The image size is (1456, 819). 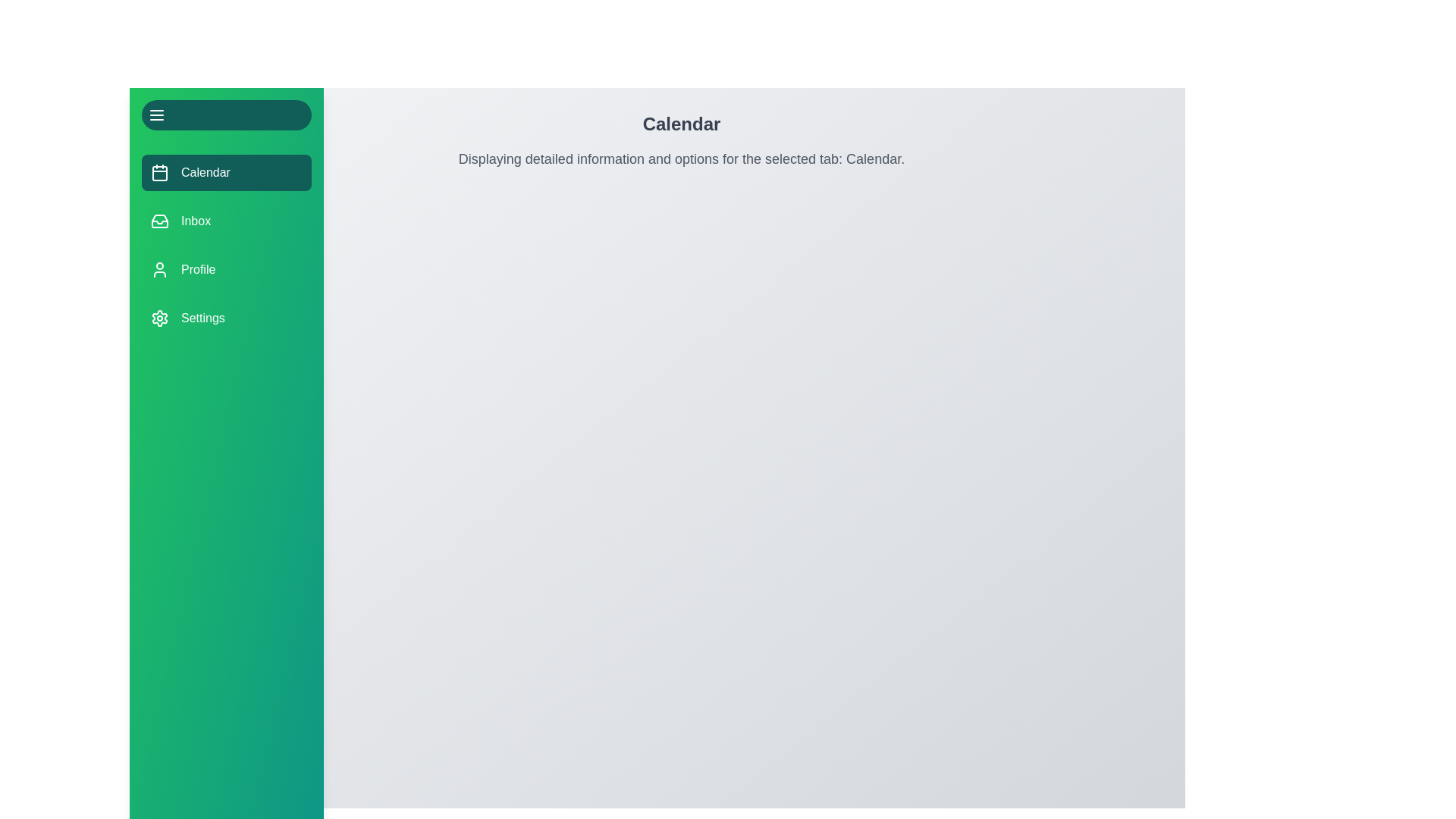 I want to click on toggle button to toggle the drawer's open/close state, so click(x=225, y=114).